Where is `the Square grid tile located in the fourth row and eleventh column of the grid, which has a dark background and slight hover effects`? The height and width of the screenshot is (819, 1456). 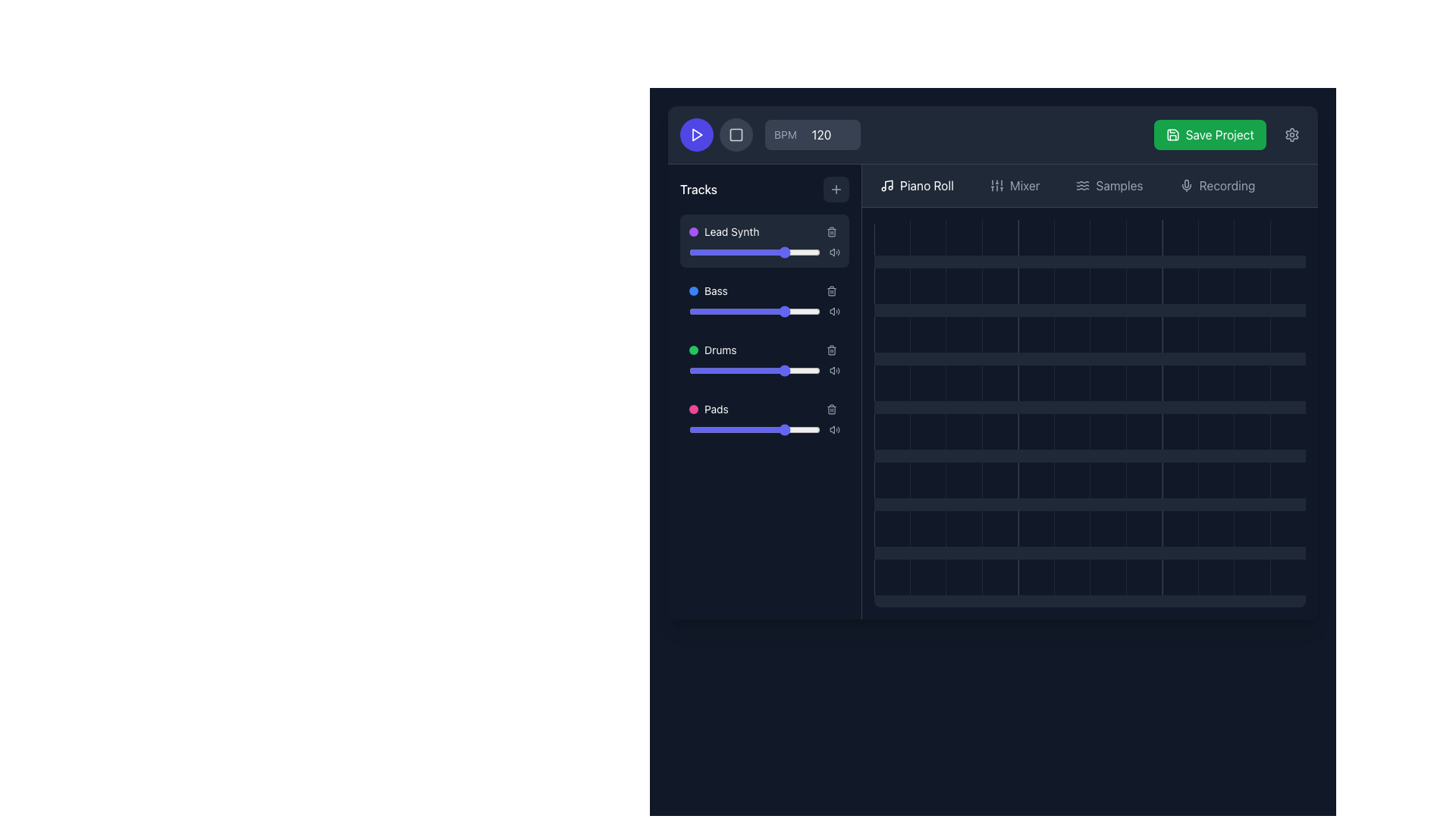 the Square grid tile located in the fourth row and eleventh column of the grid, which has a dark background and slight hover effects is located at coordinates (1252, 237).